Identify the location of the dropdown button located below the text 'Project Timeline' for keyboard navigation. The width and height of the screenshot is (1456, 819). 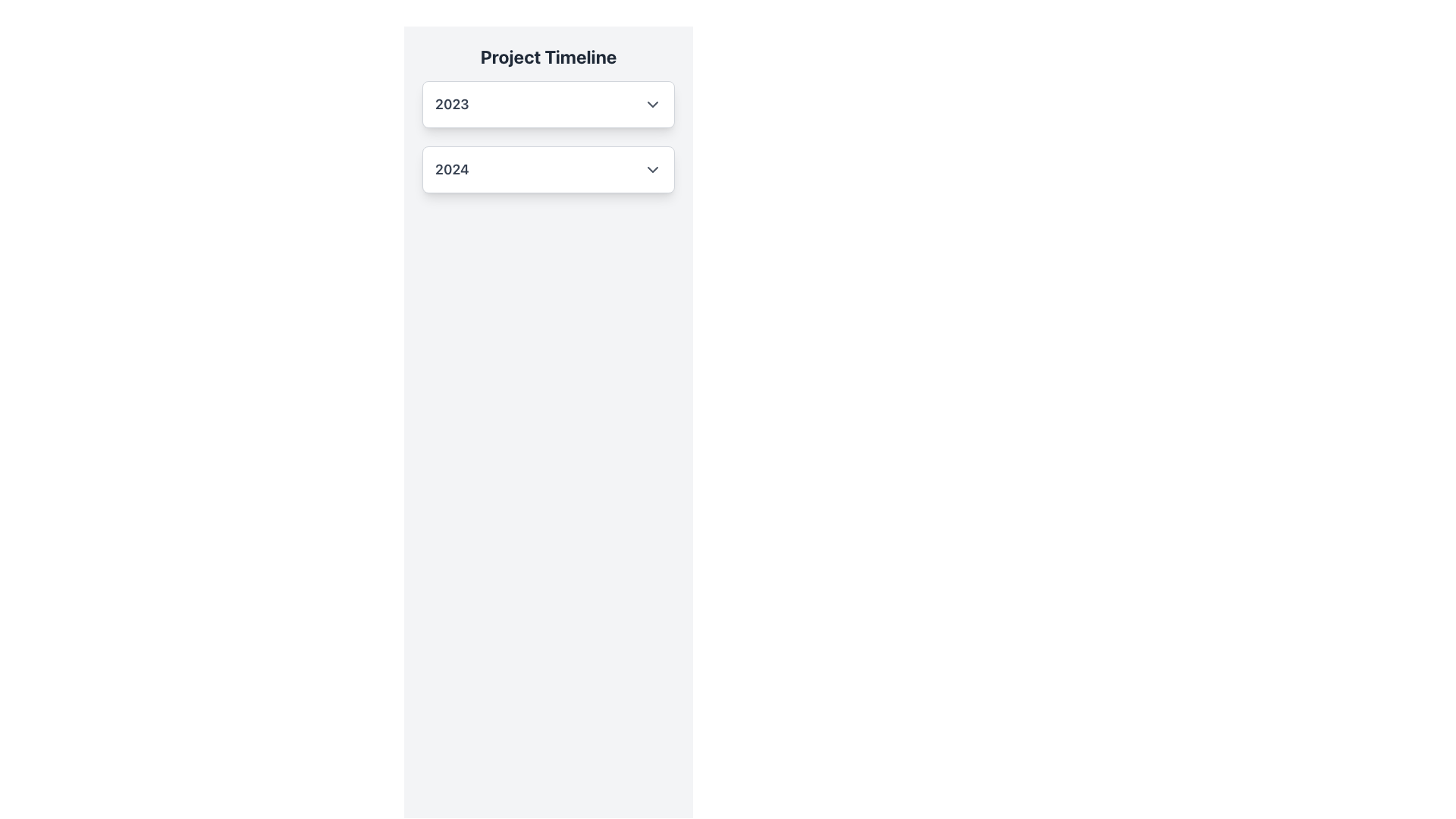
(548, 104).